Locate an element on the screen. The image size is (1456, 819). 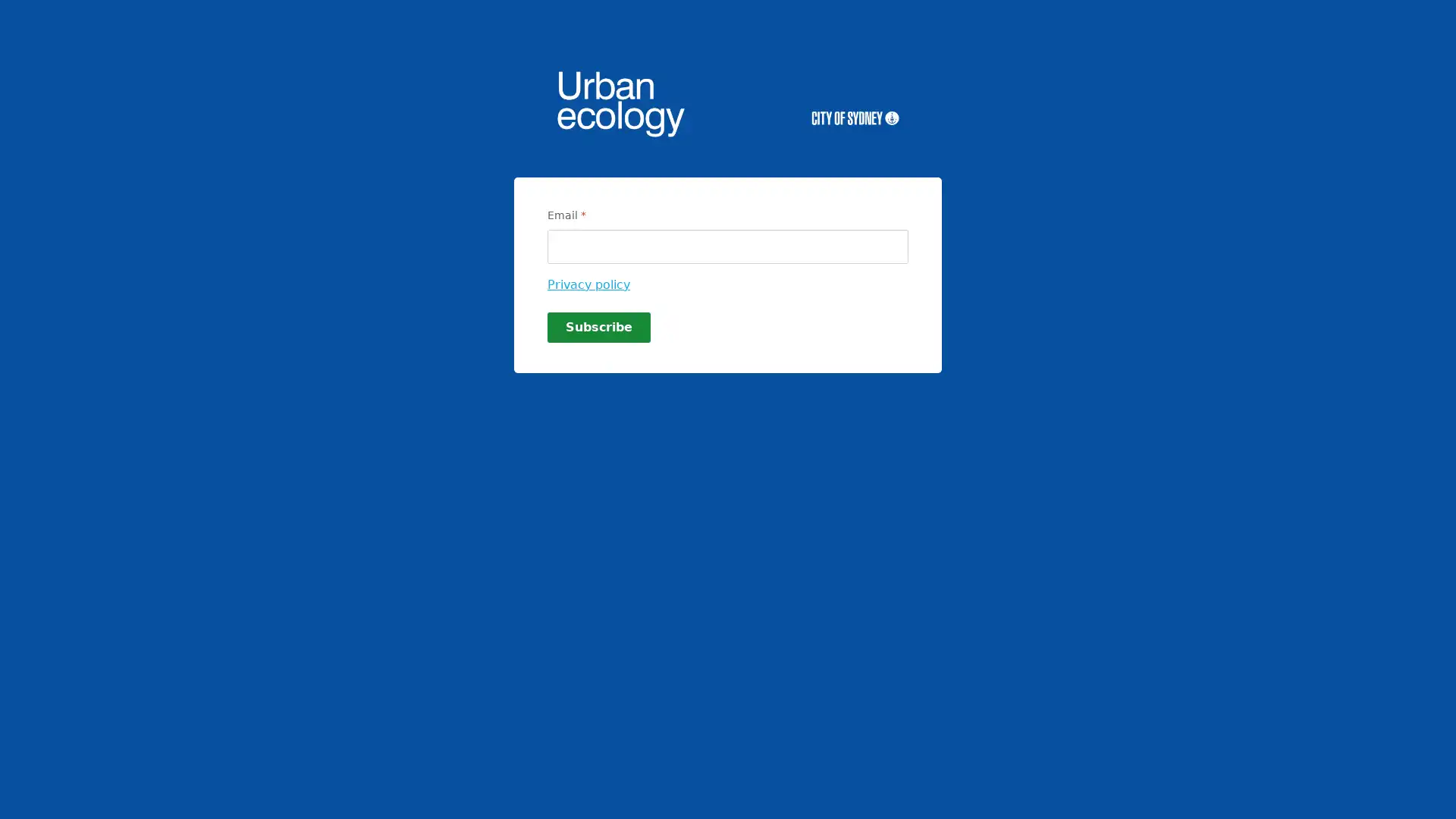
Subscribe is located at coordinates (598, 327).